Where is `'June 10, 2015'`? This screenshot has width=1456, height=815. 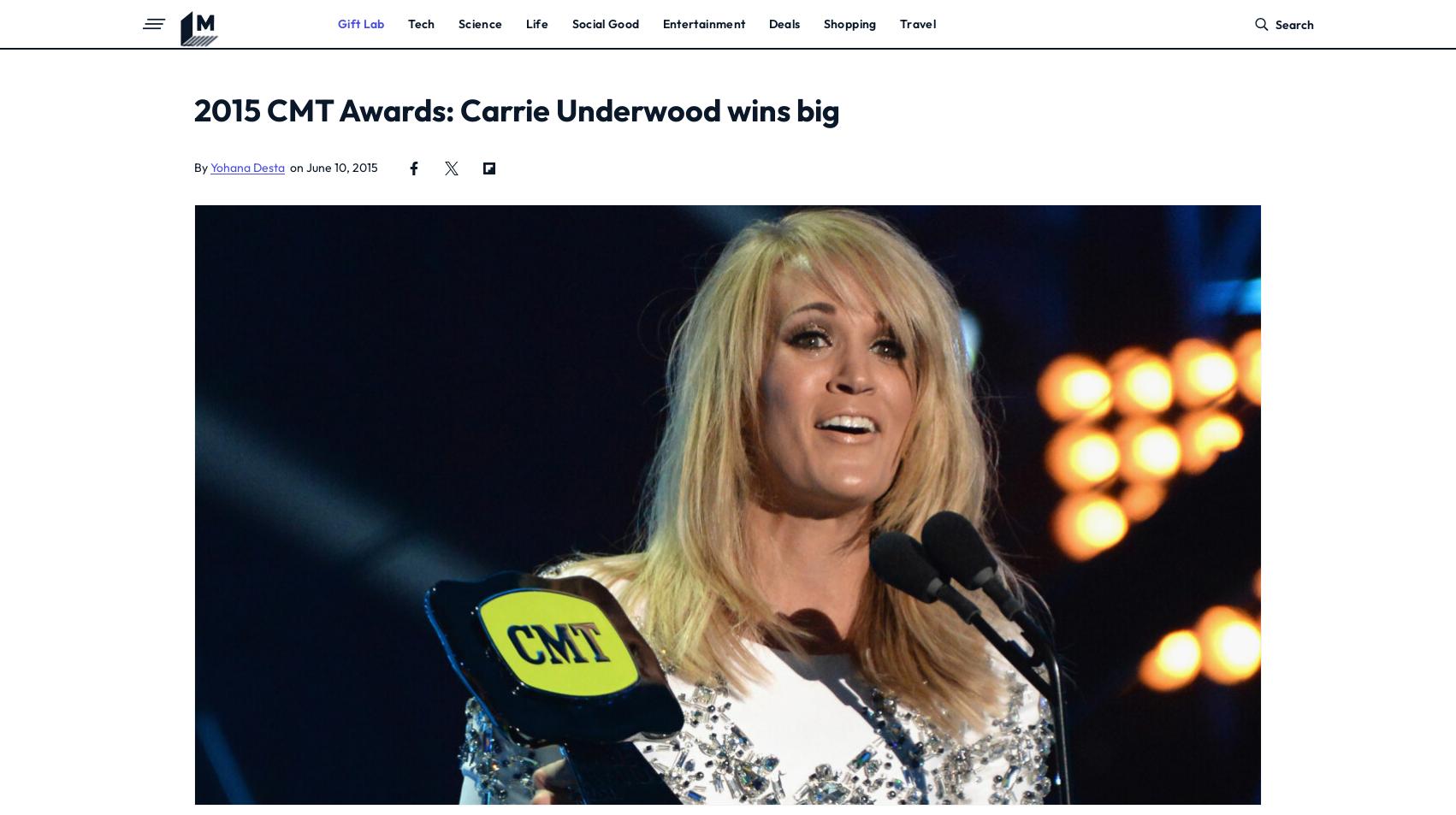 'June 10, 2015' is located at coordinates (341, 167).